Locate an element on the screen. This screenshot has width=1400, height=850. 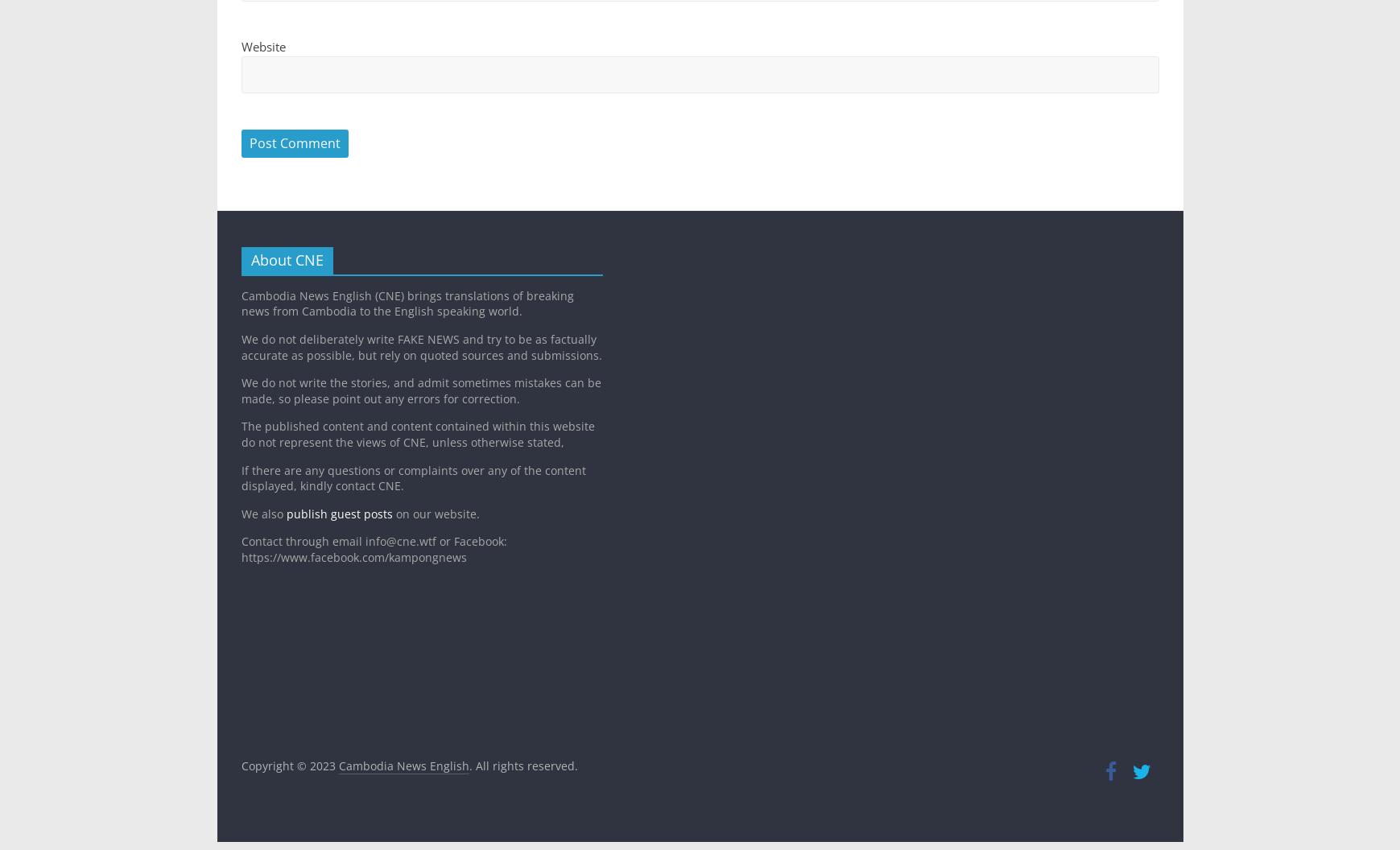
'publish guest posts' is located at coordinates (339, 512).